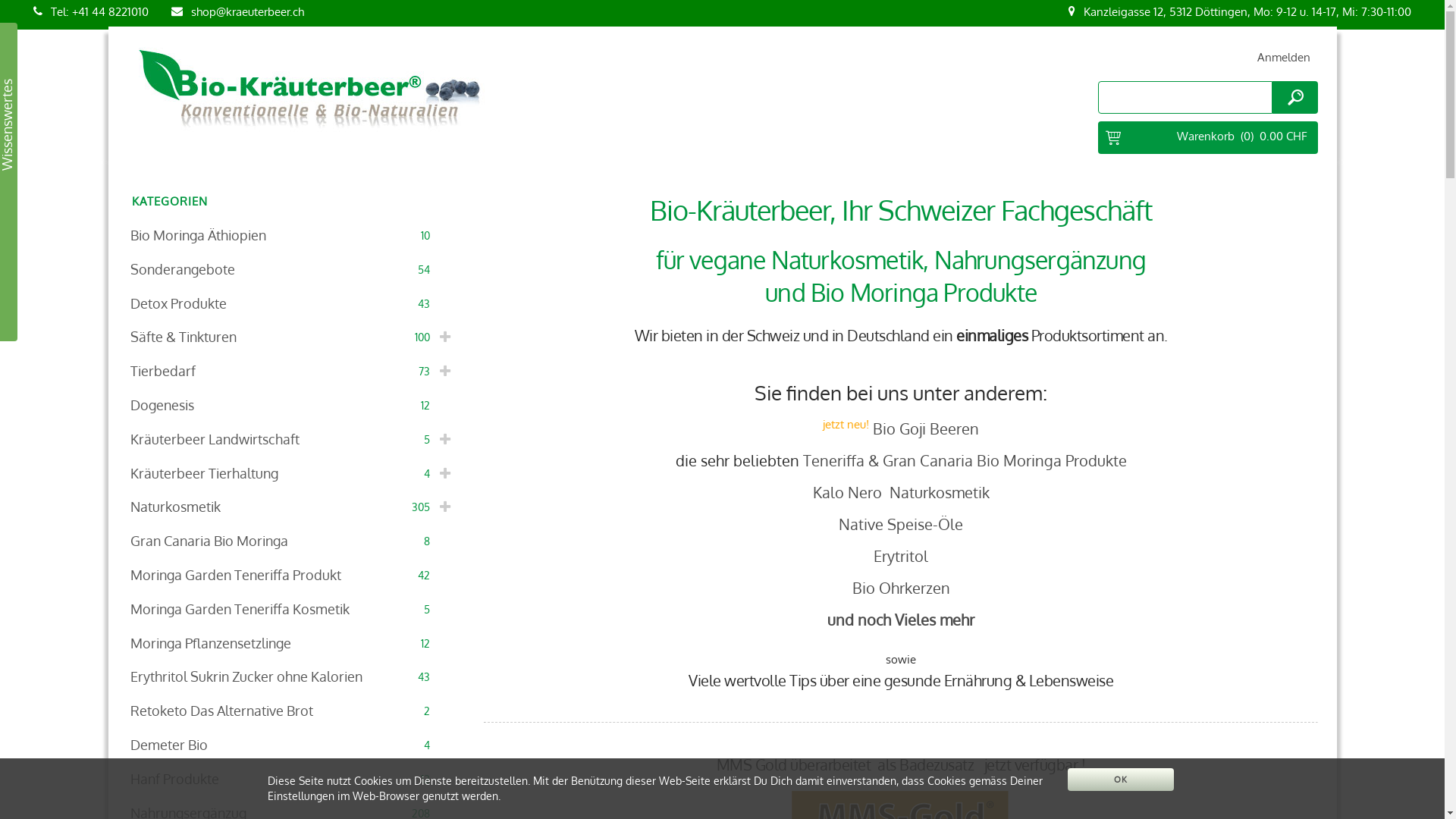  What do you see at coordinates (924, 428) in the screenshot?
I see `'Bio Goji Beeren'` at bounding box center [924, 428].